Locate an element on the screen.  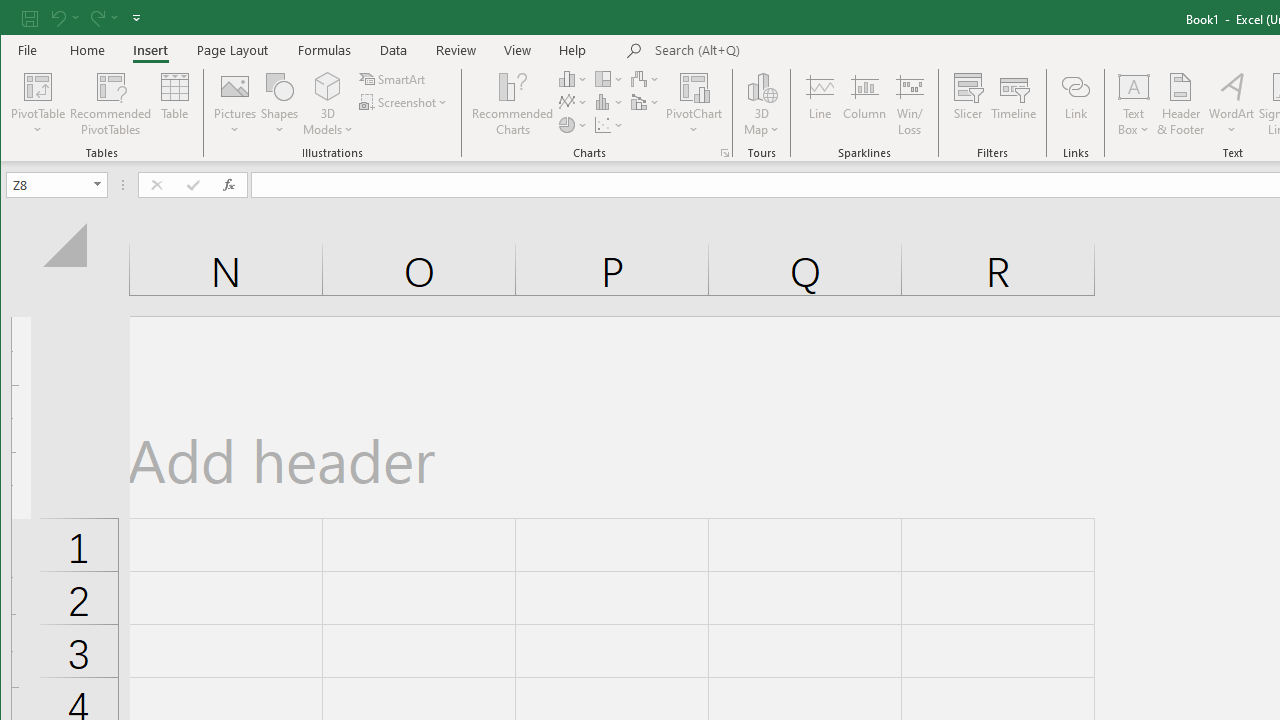
'Timeline' is located at coordinates (1014, 104).